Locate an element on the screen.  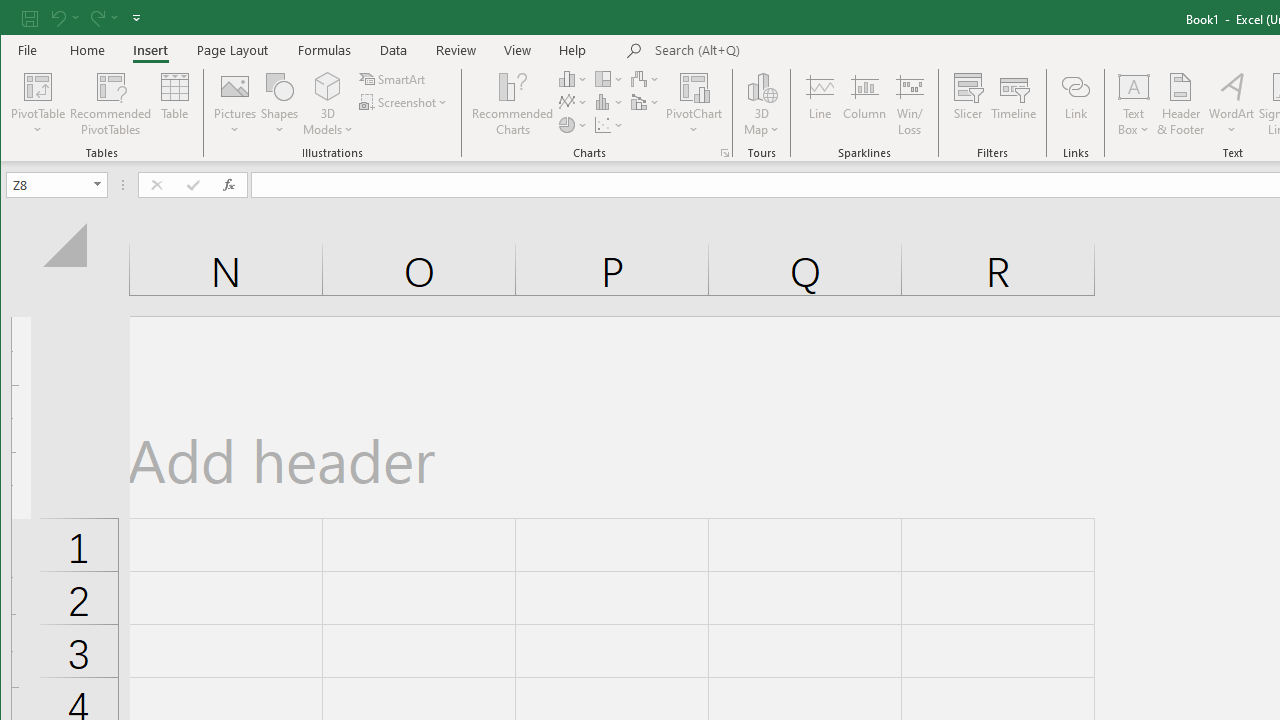
'Timeline' is located at coordinates (1014, 104).